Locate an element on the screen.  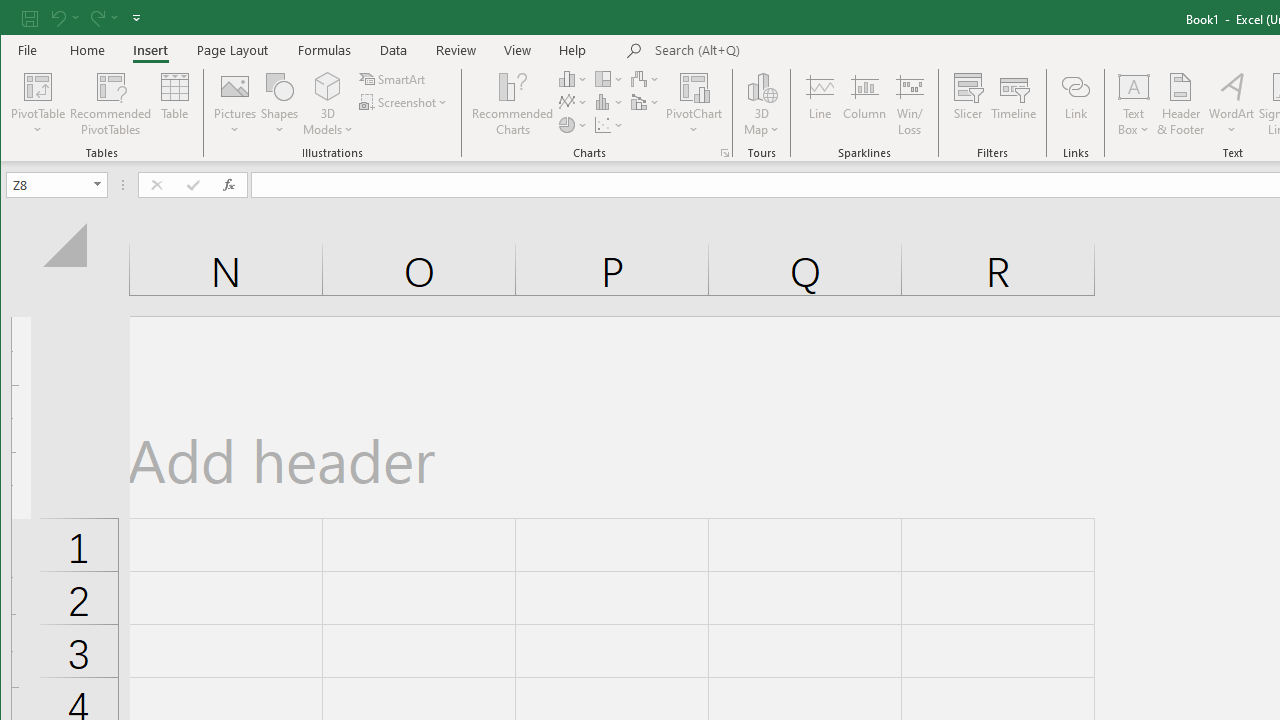
'Timeline' is located at coordinates (1014, 104).